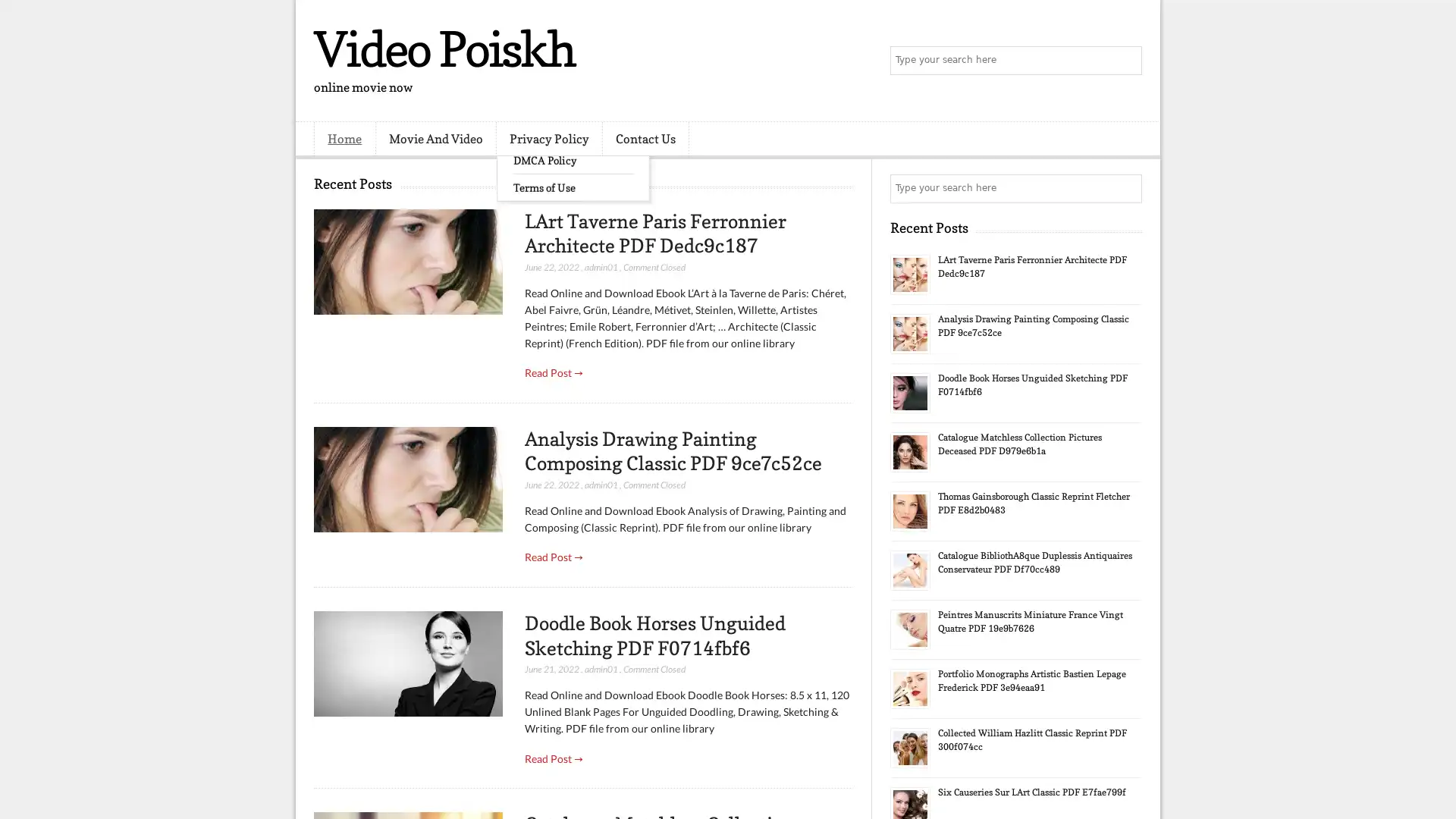 This screenshot has height=819, width=1456. Describe the element at coordinates (1126, 188) in the screenshot. I see `Search` at that location.